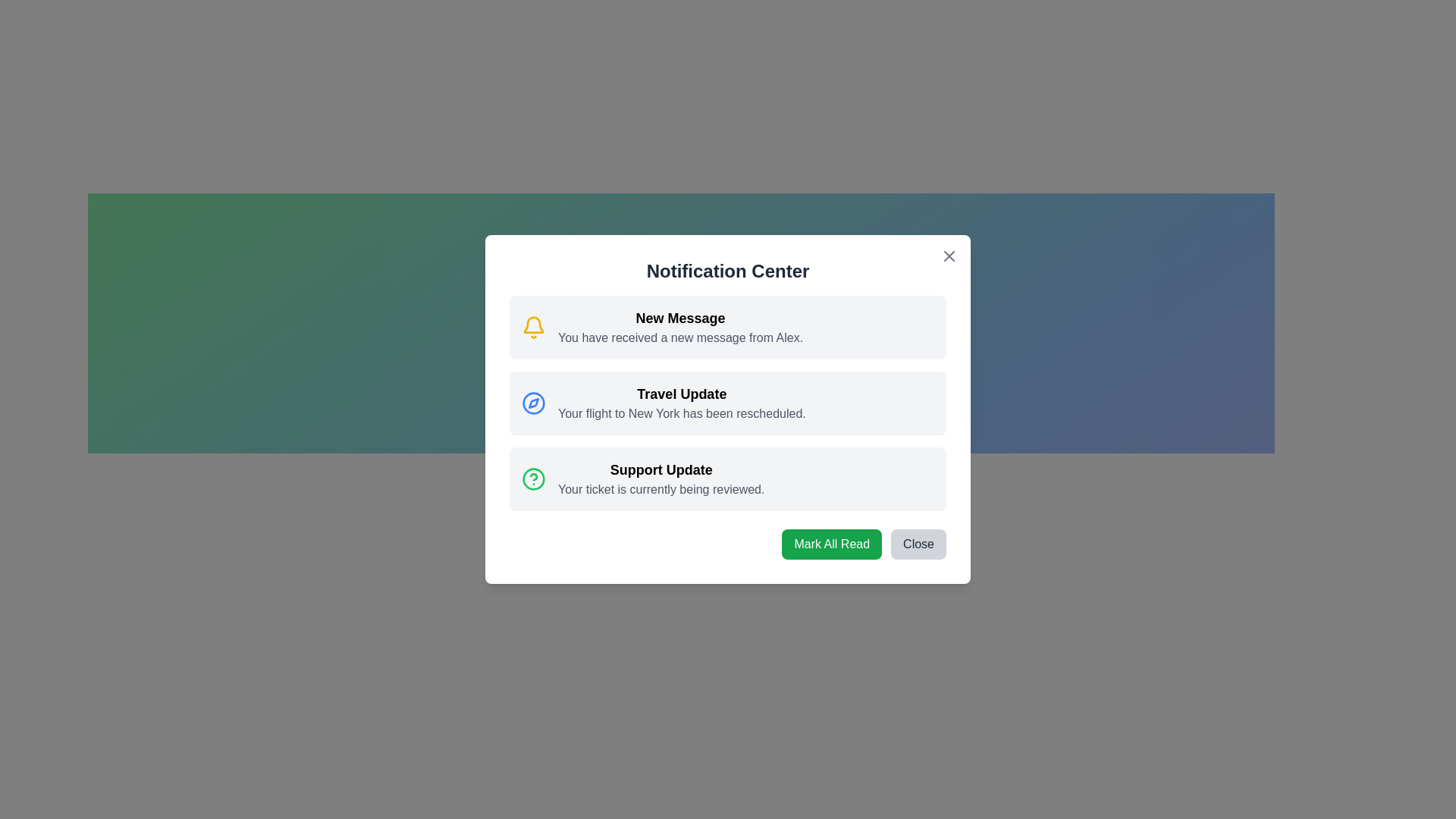  I want to click on the notification icon for the 'New Message' located to the left of the text 'New Message' in the notification center, so click(534, 327).